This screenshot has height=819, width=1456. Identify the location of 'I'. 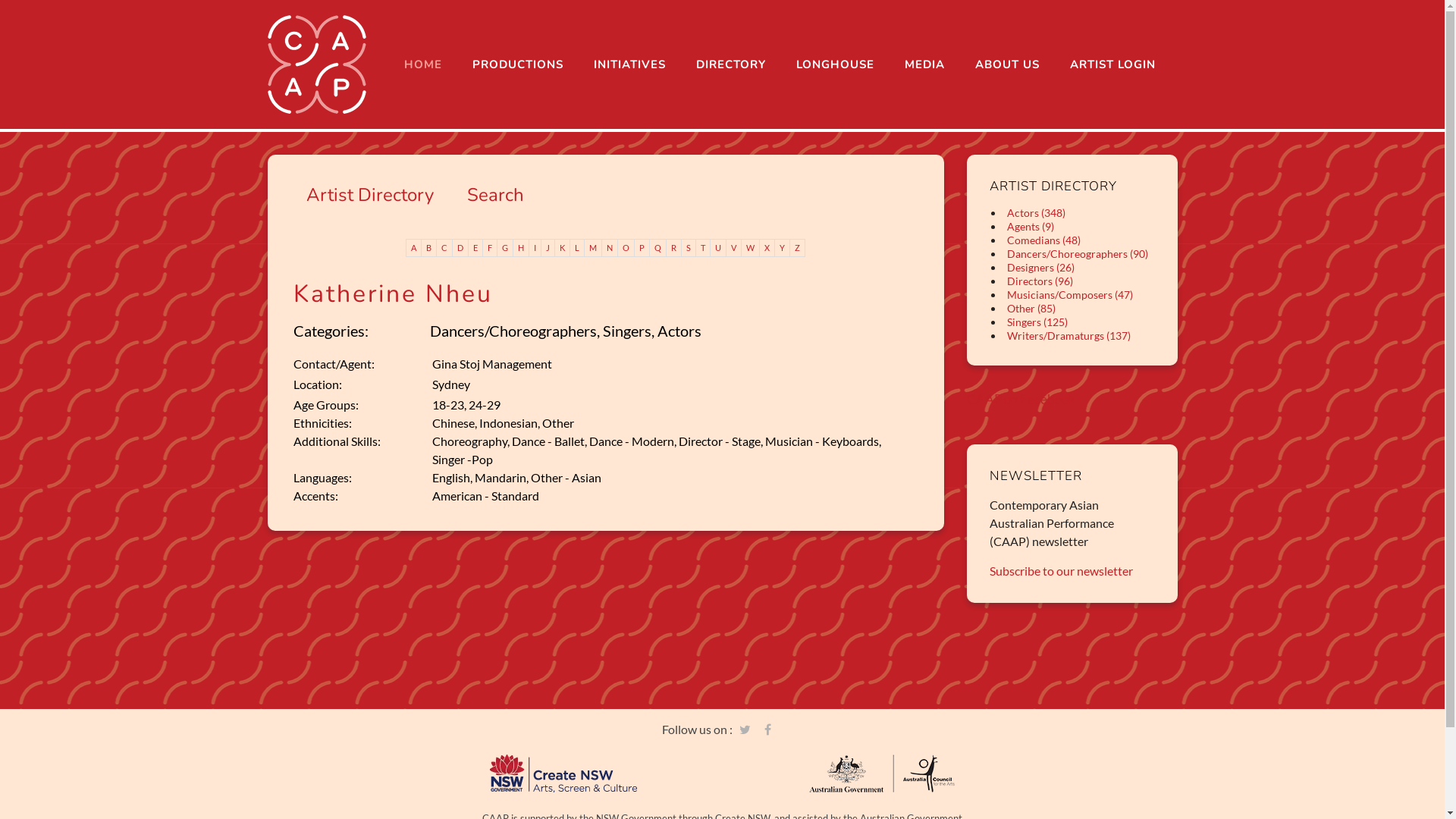
(529, 247).